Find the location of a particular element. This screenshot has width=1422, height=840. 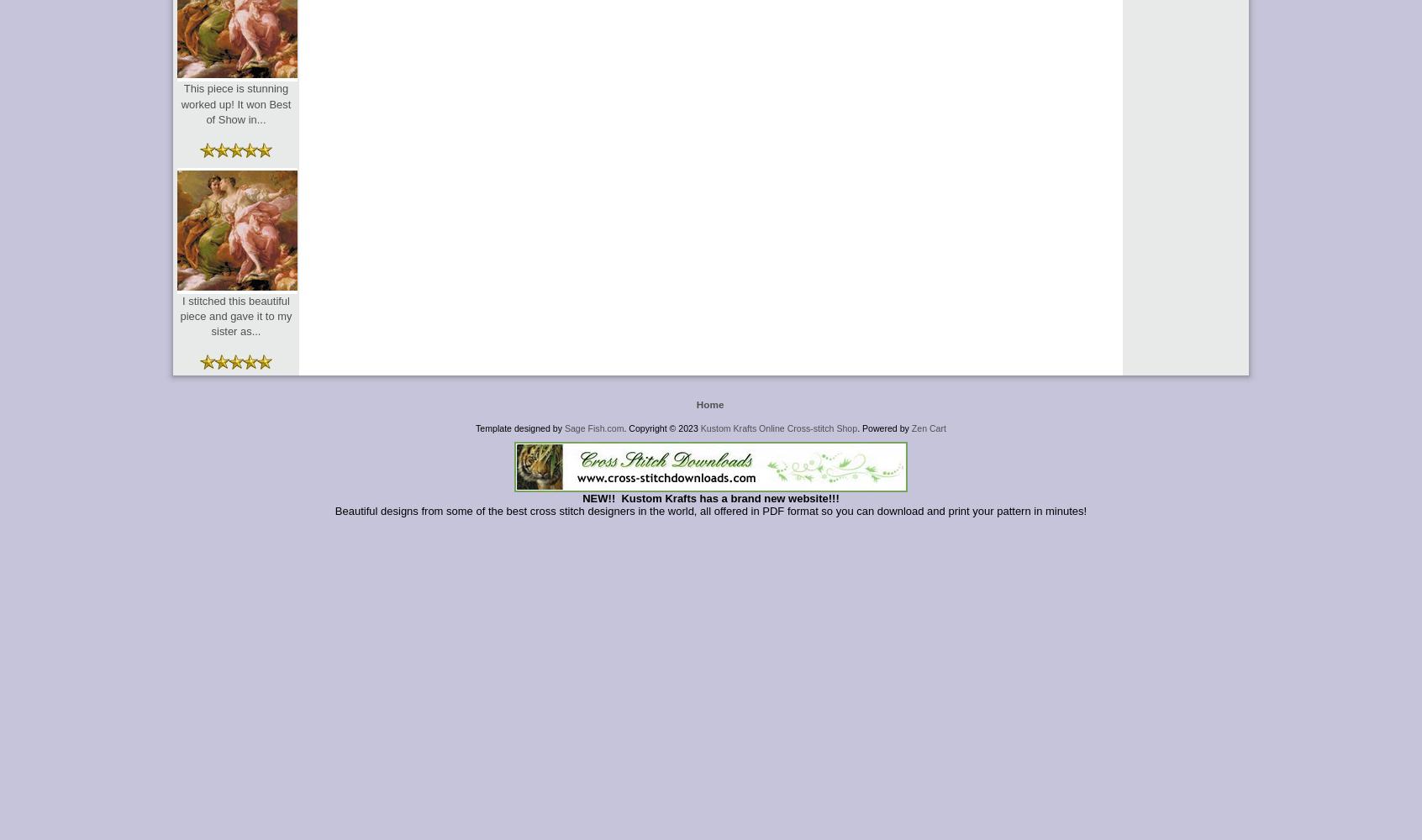

'. Powered by' is located at coordinates (856, 428).